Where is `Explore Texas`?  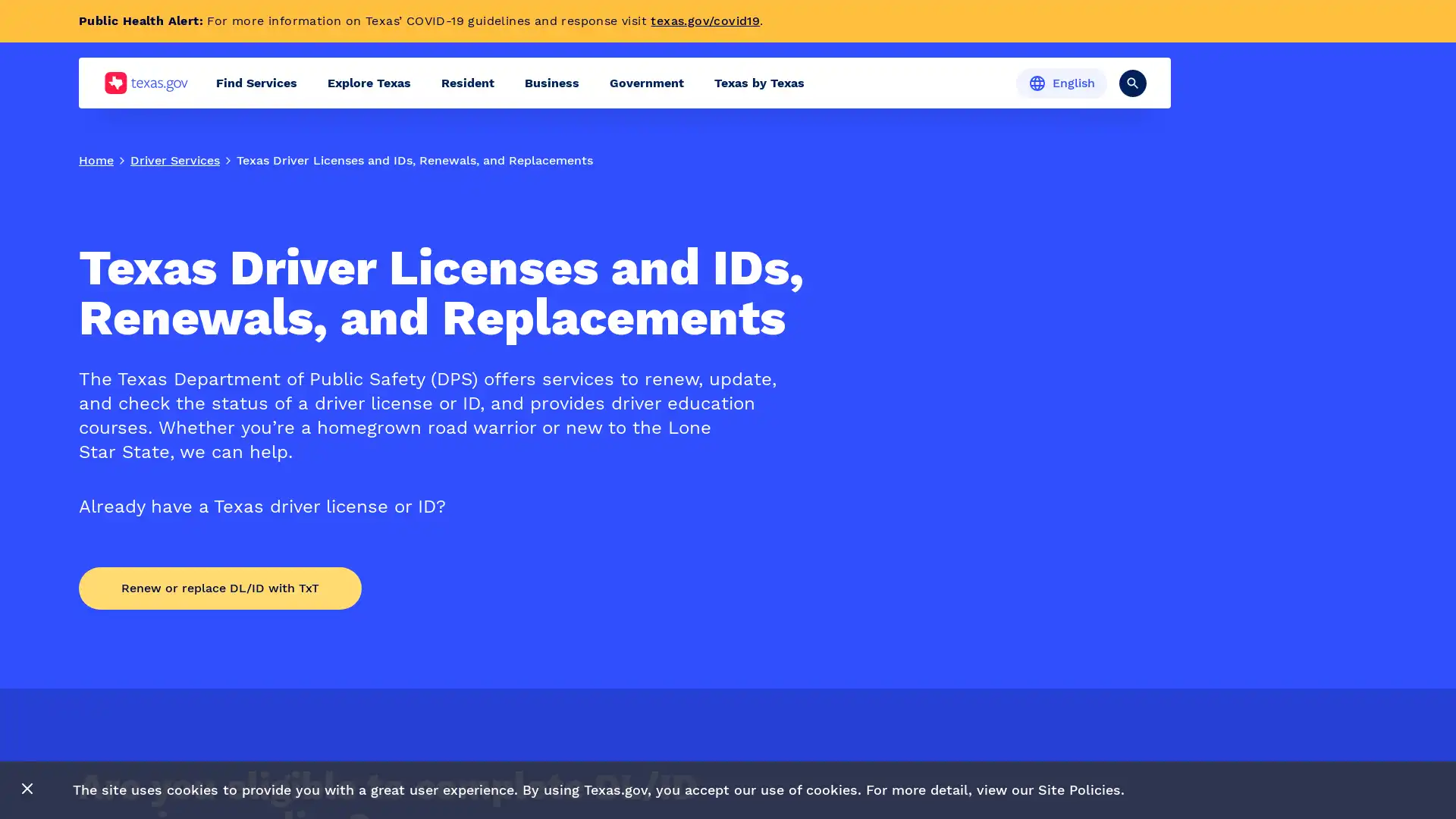
Explore Texas is located at coordinates (369, 83).